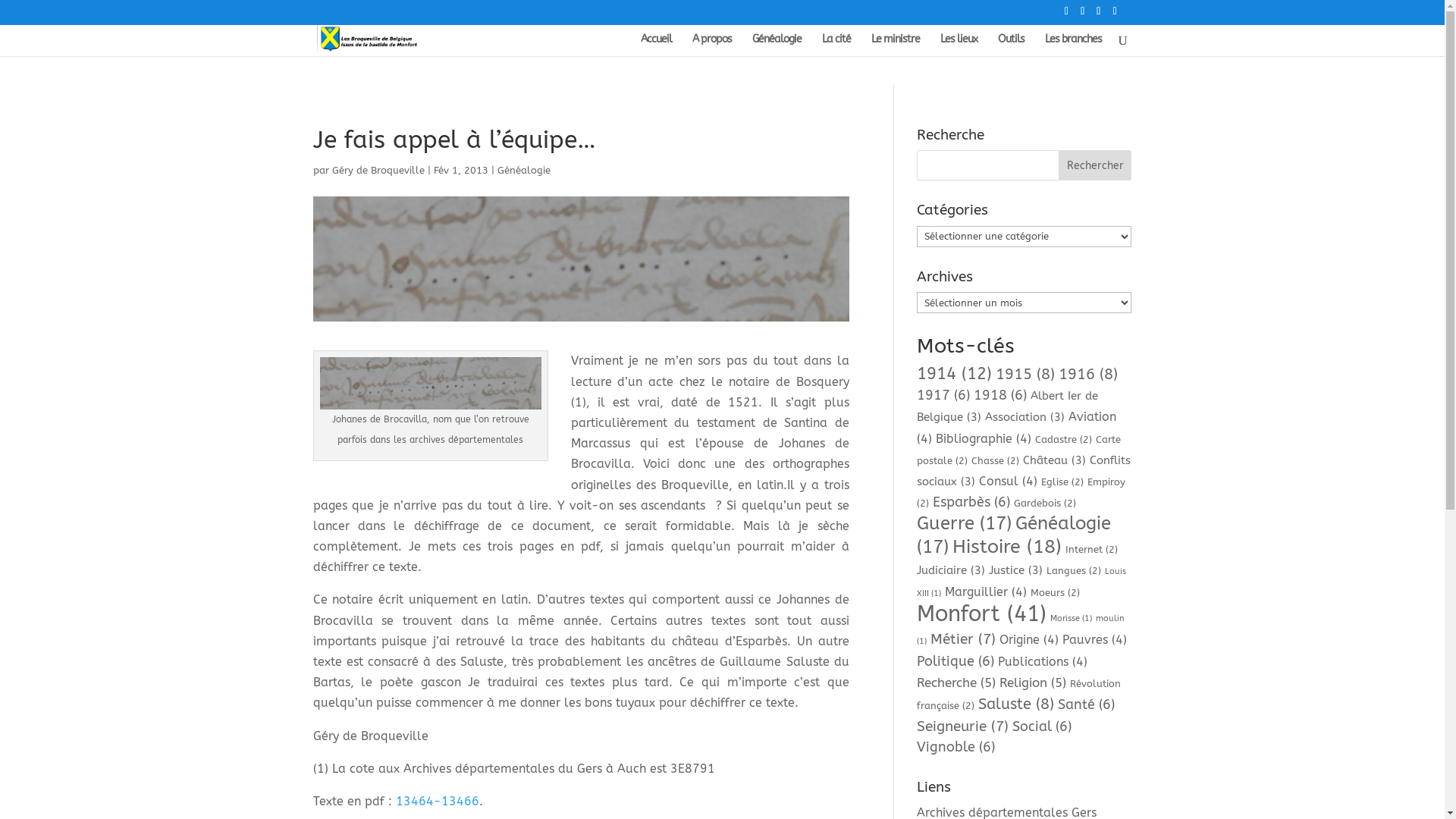  I want to click on 'Religion (5)', so click(999, 682).